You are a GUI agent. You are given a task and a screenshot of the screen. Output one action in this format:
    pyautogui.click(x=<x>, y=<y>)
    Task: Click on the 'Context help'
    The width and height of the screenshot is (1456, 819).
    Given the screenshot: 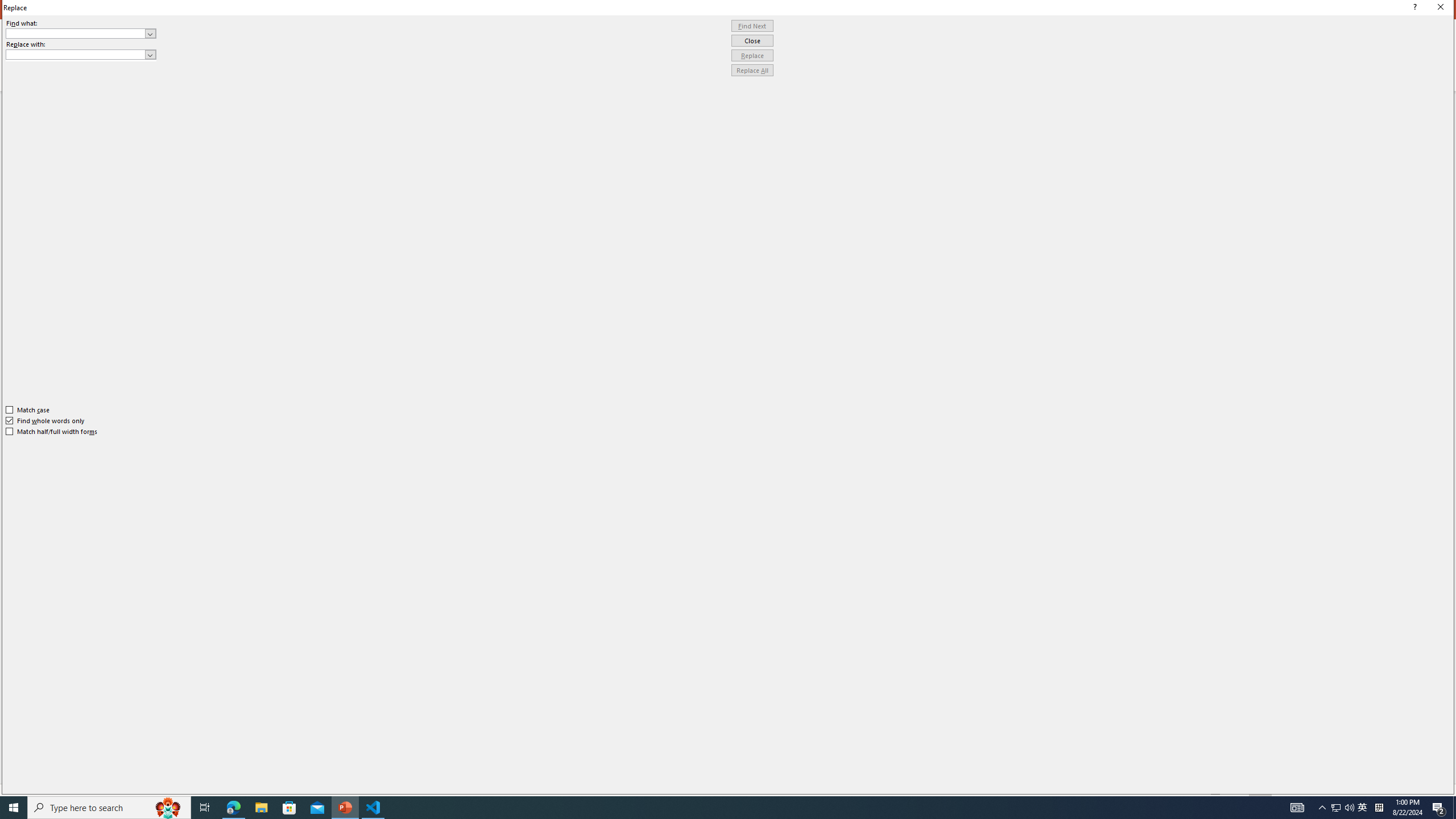 What is the action you would take?
    pyautogui.click(x=1413, y=9)
    